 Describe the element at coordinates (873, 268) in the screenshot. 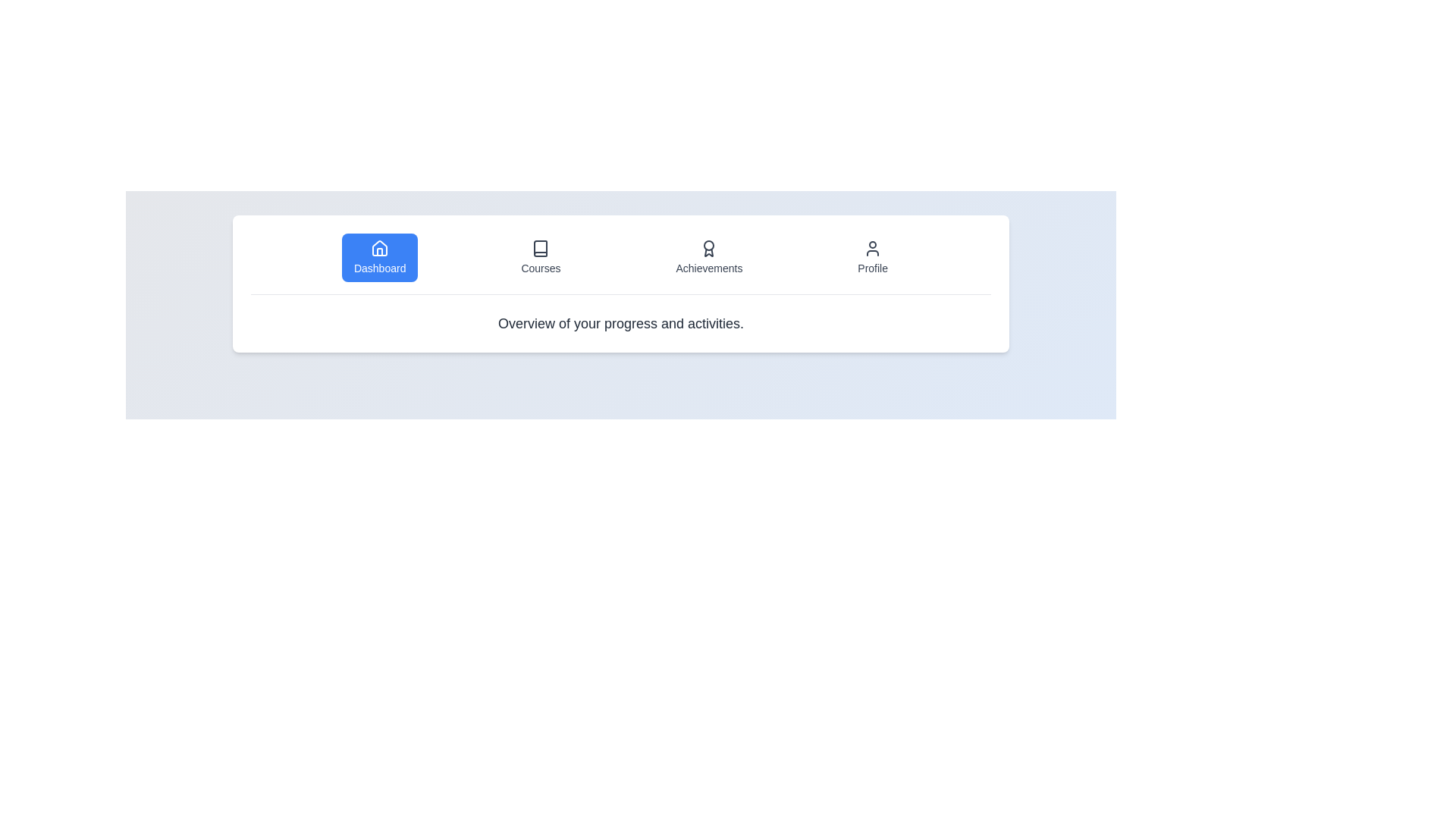

I see `'Profile' label located in the navigation bar, which is styled in a regular font and positioned below a user silhouette icon` at that location.